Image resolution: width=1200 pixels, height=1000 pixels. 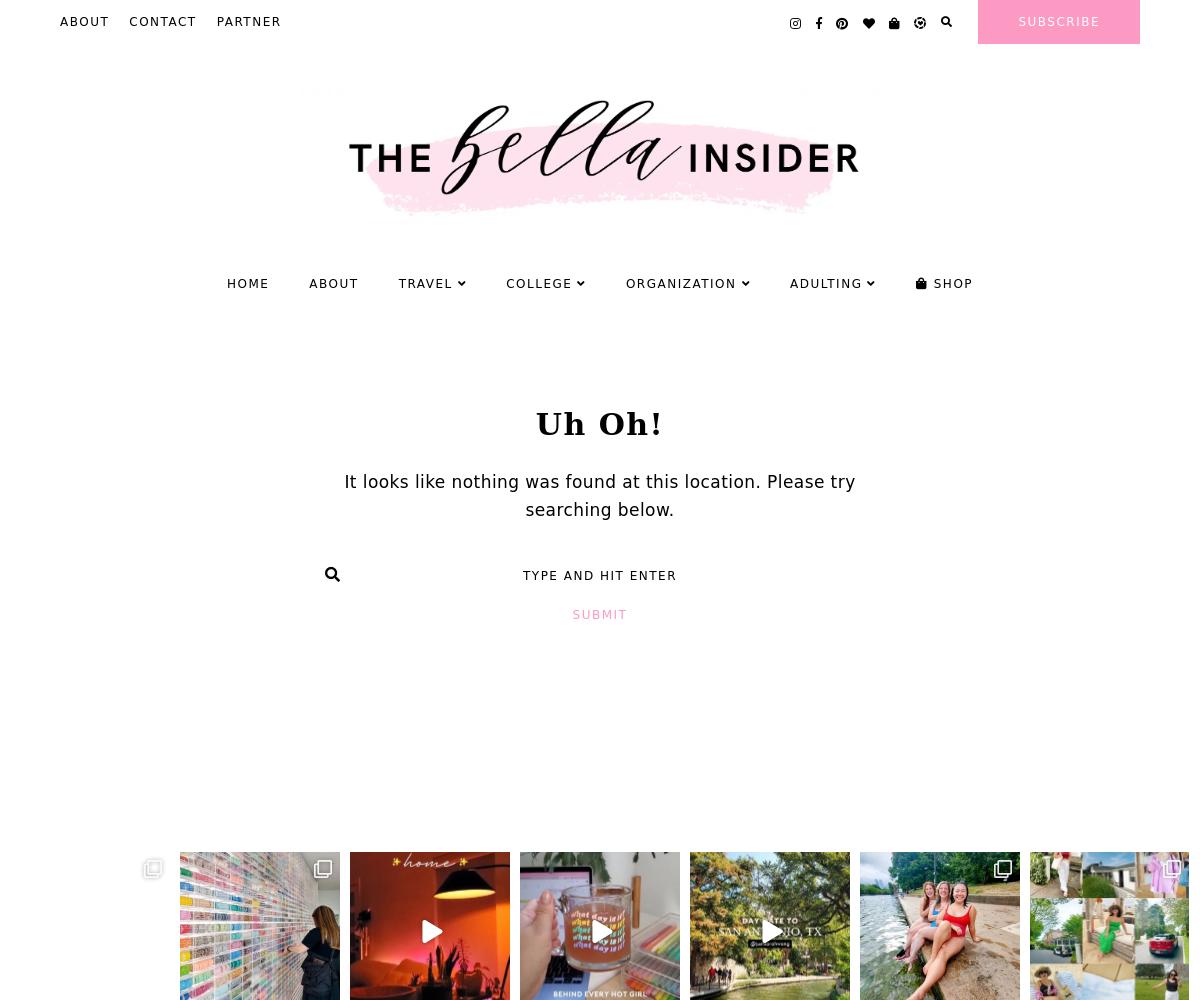 I want to click on 'It looks like nothing was found at this location. Please try searching below.', so click(x=598, y=495).